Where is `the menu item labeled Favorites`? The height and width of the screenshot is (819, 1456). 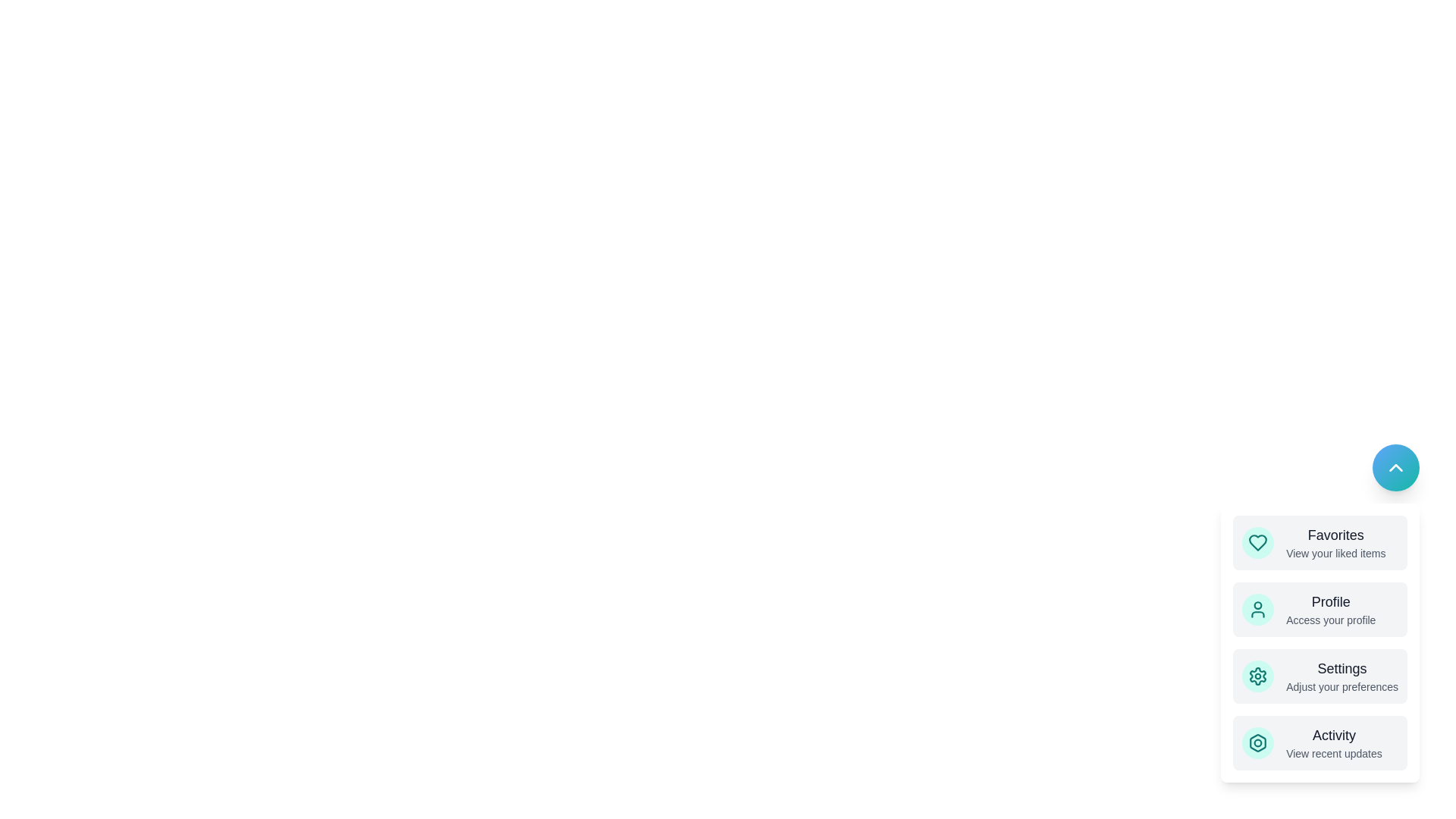
the menu item labeled Favorites is located at coordinates (1319, 542).